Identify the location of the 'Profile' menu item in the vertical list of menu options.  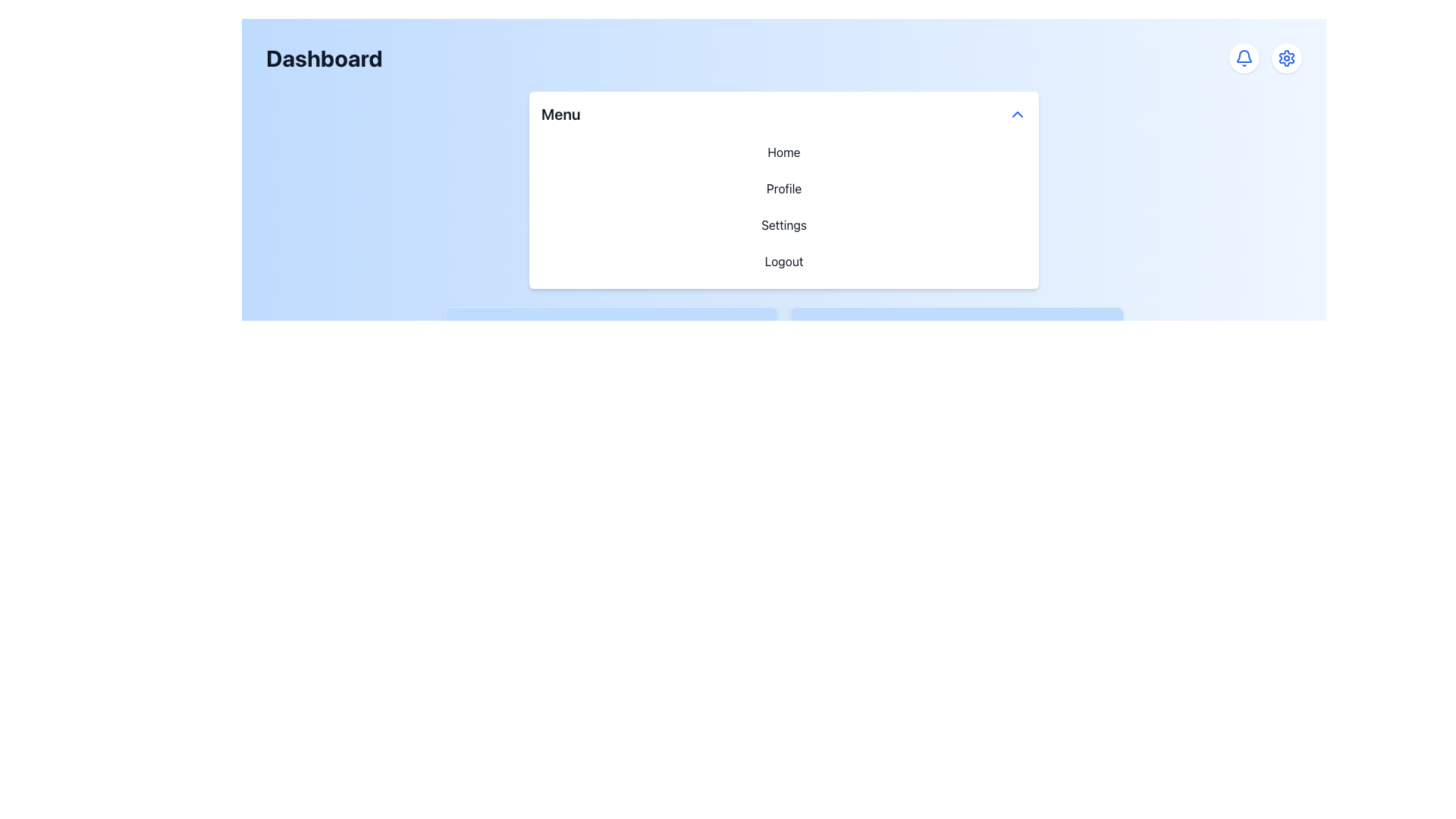
(783, 207).